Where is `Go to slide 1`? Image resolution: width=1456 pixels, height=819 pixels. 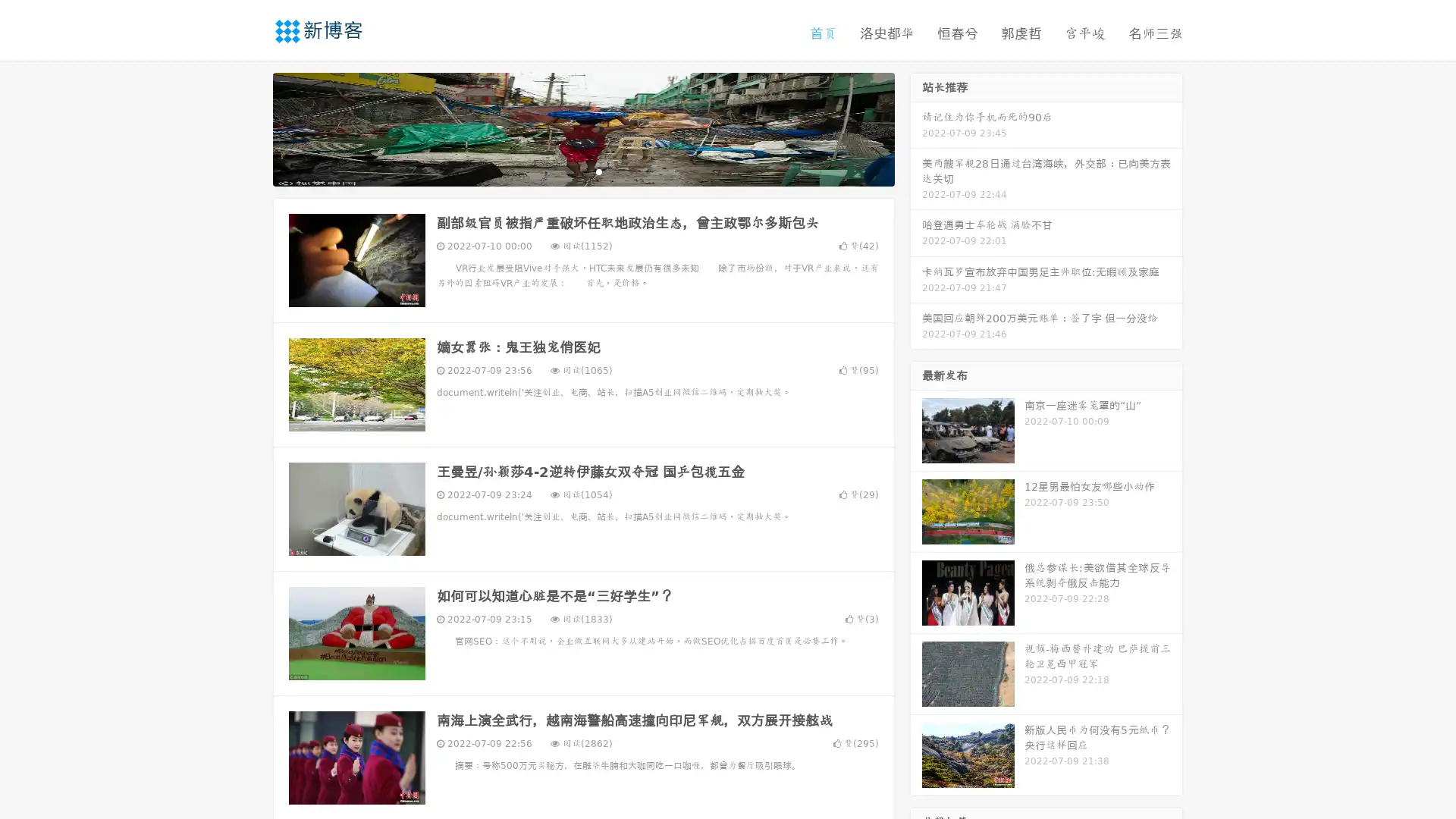
Go to slide 1 is located at coordinates (567, 171).